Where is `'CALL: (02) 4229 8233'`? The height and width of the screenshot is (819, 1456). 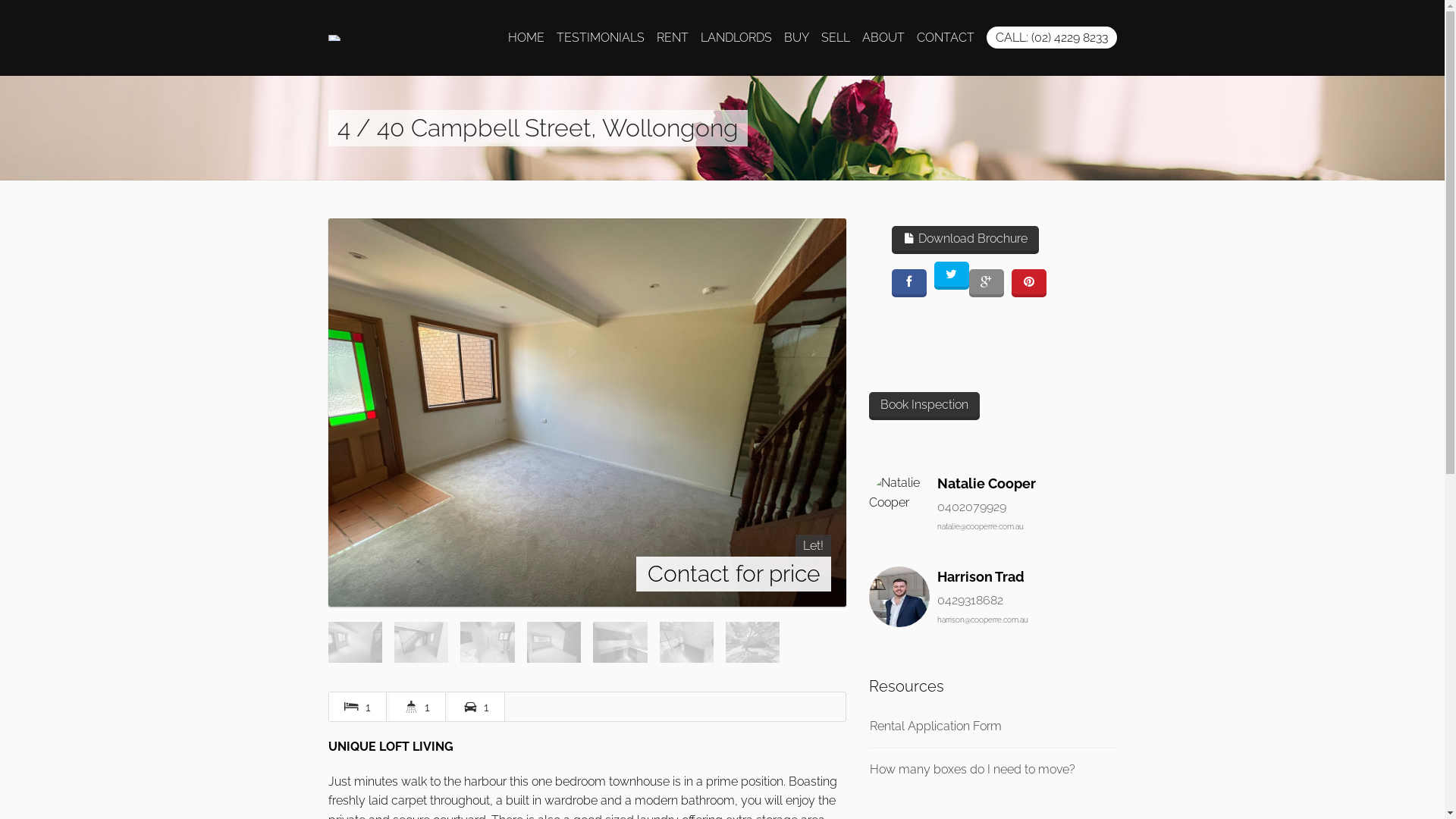
'CALL: (02) 4229 8233' is located at coordinates (986, 36).